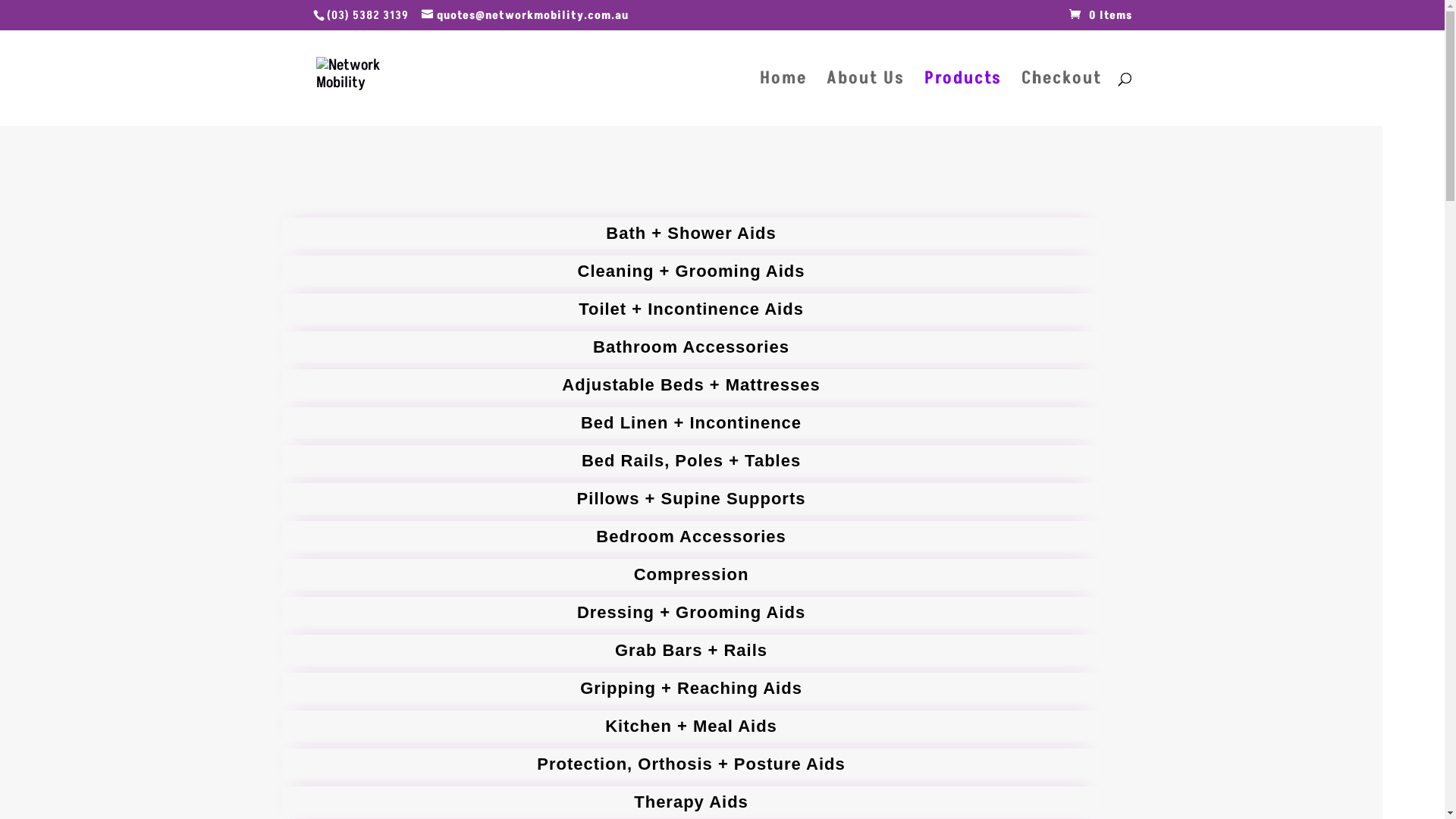 This screenshot has width=1456, height=819. I want to click on 'Protection, Orthosis + Posture Aids', so click(691, 764).